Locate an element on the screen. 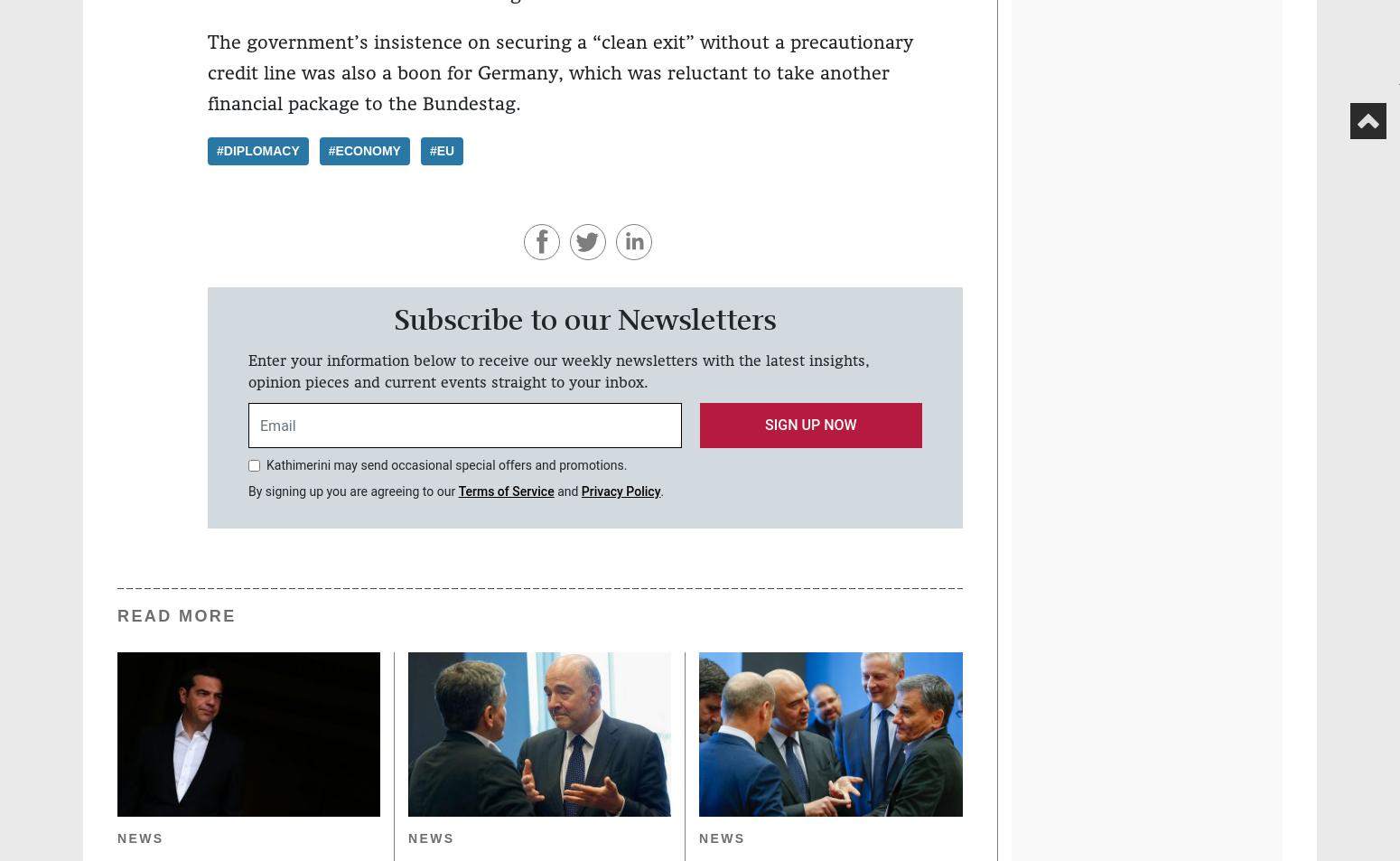 The image size is (1400, 861). 'Diplomacy' is located at coordinates (261, 149).